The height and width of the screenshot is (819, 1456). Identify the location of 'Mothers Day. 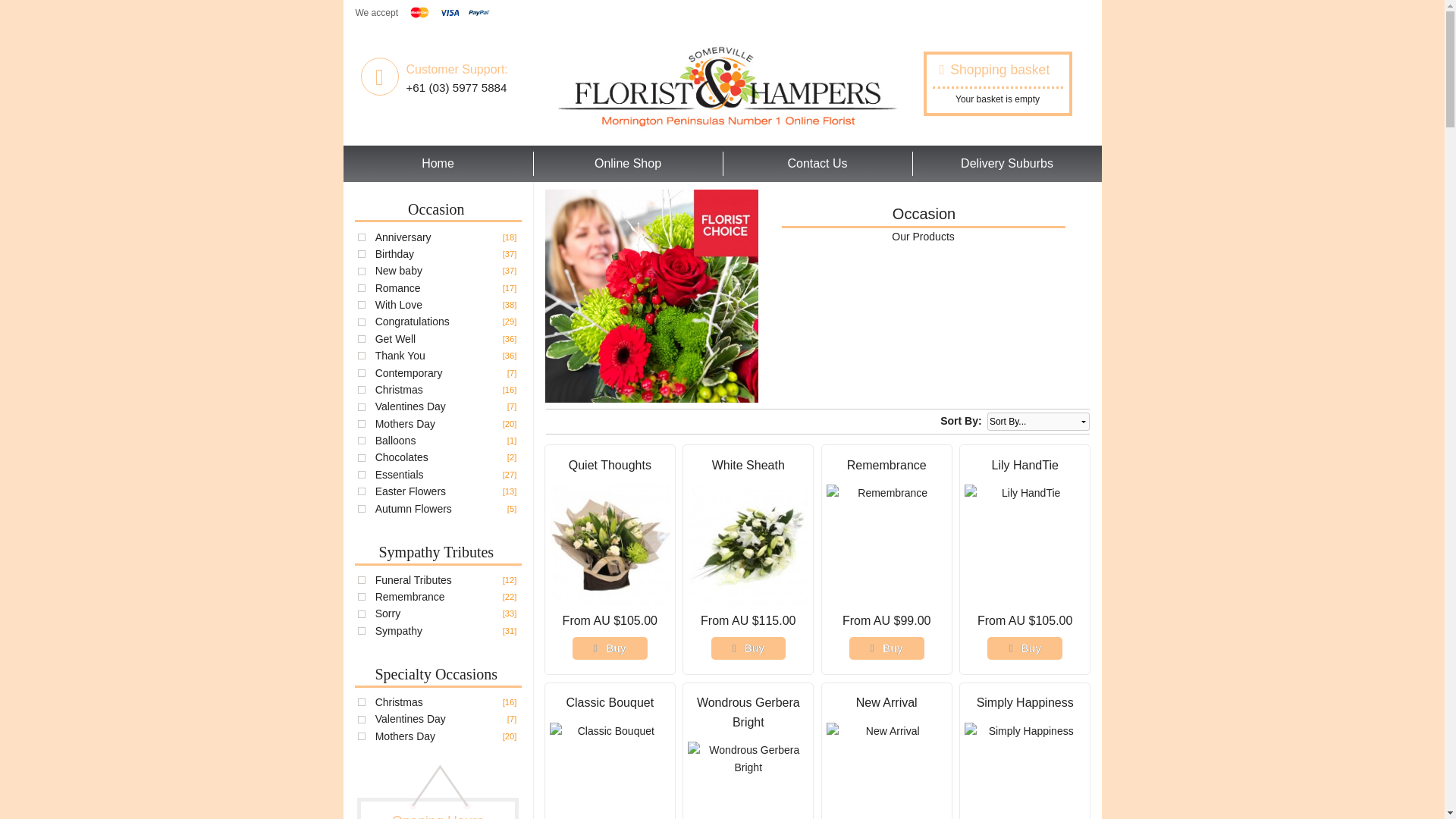
(405, 736).